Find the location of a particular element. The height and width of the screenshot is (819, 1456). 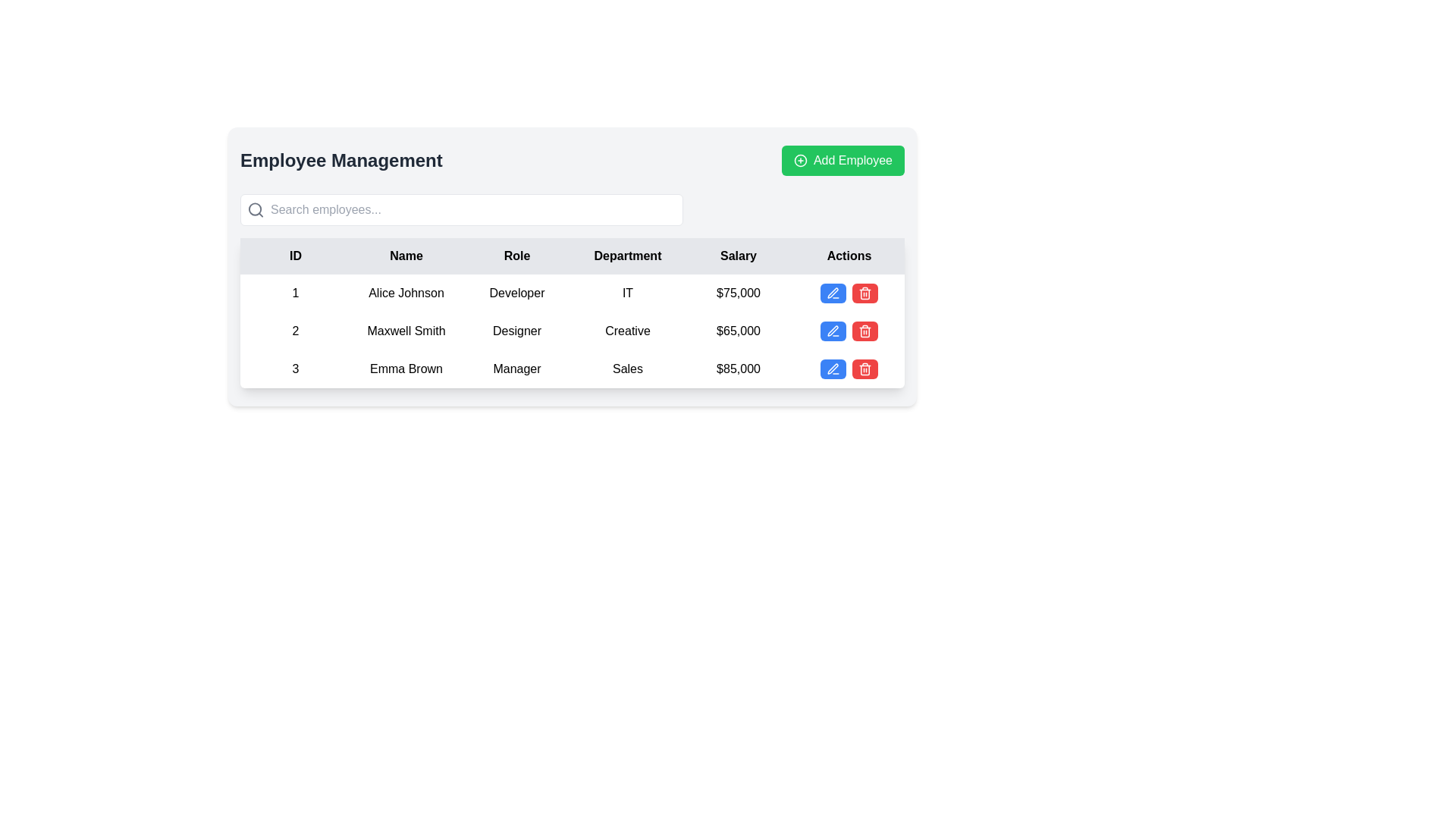

the editing SVG icon located in the 'Actions' column of the third row of the table is located at coordinates (832, 293).